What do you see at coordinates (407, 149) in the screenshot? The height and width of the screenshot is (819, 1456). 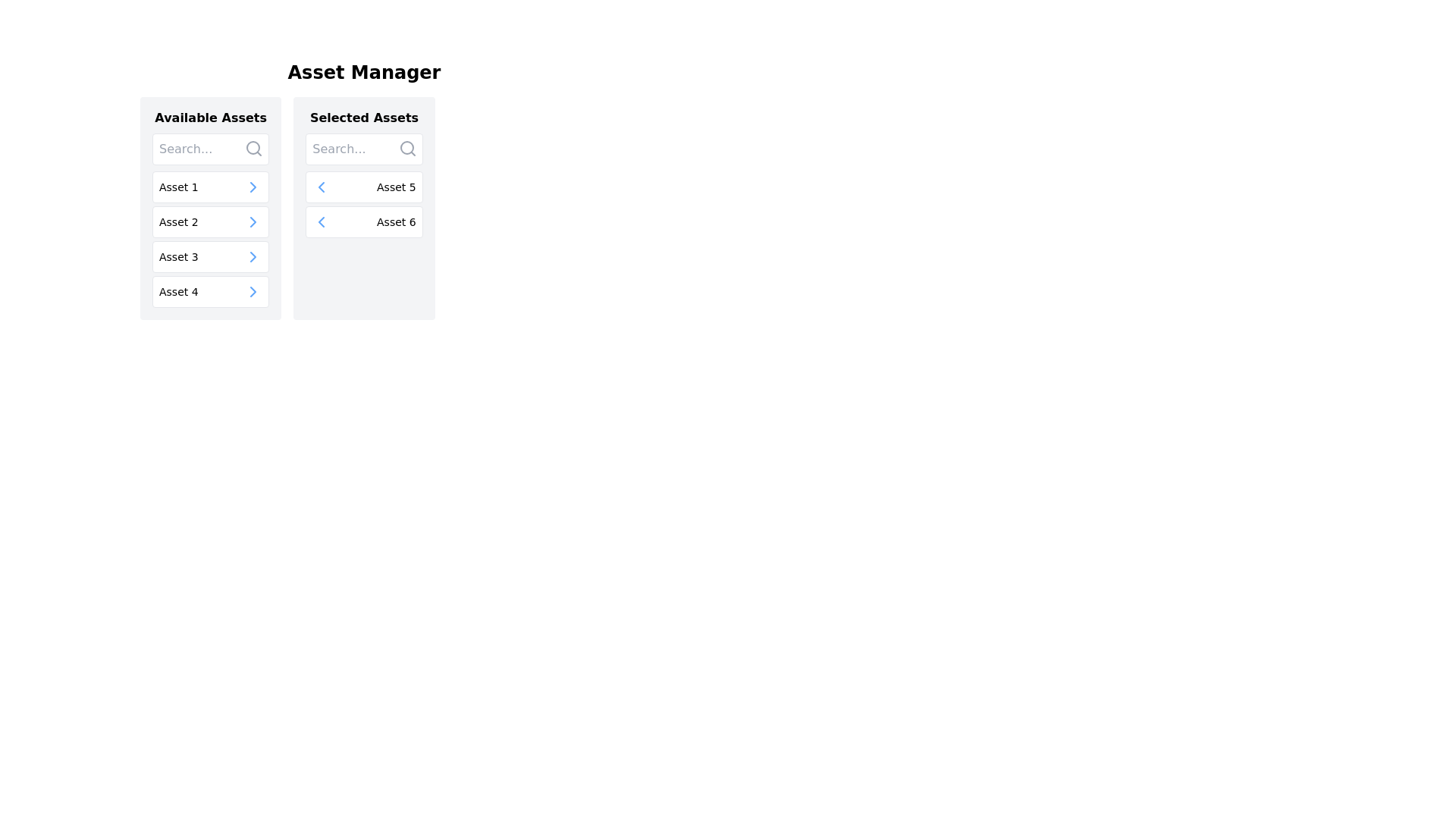 I see `the search icon located at the rightmost end of the 'Selected Assets' search bar, which serves as a visual cue for the search functionality` at bounding box center [407, 149].